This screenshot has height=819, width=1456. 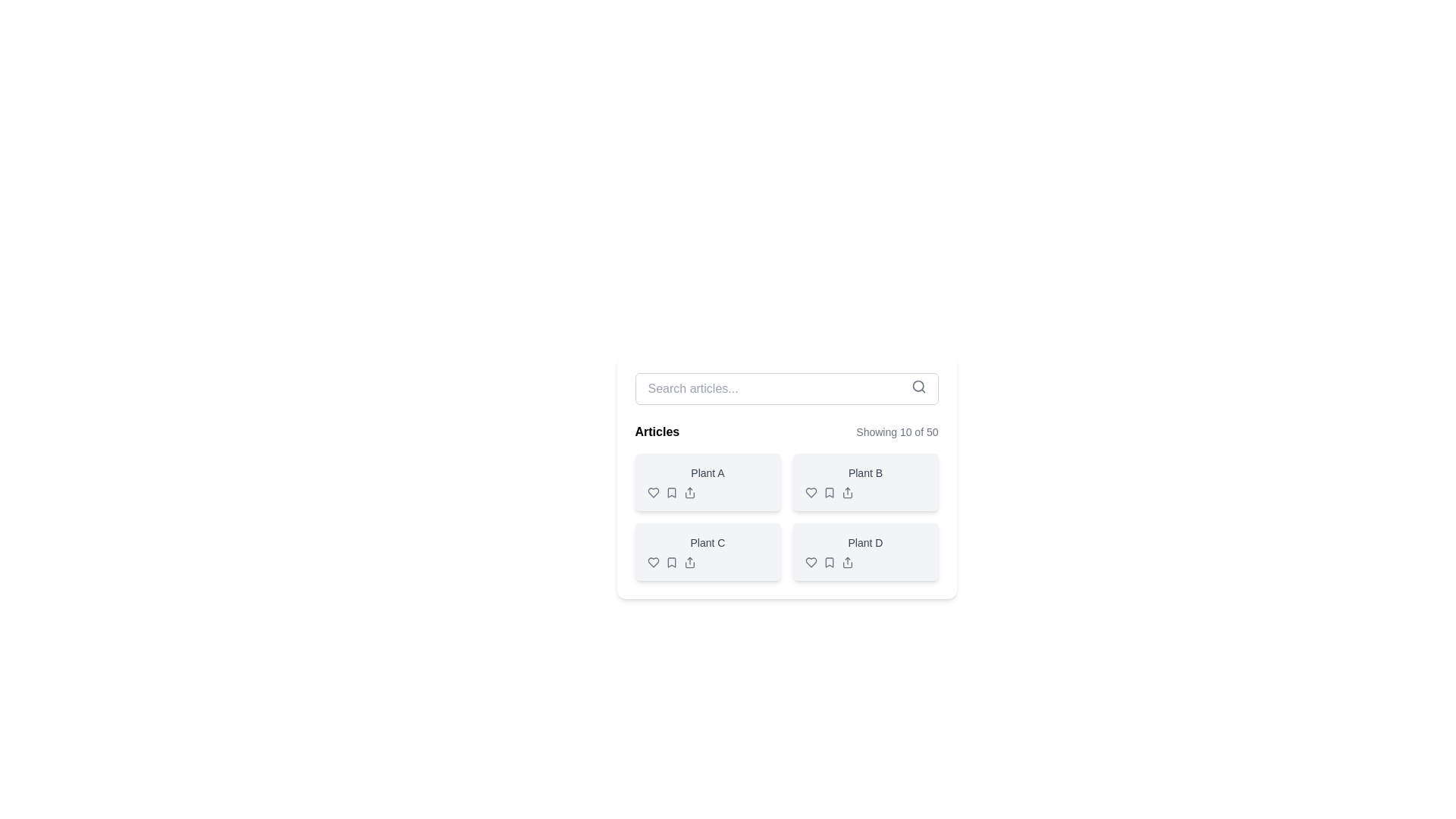 What do you see at coordinates (865, 542) in the screenshot?
I see `the text label 'Plant D' which indicates the name or type of item in the fourth card of the grid layout` at bounding box center [865, 542].